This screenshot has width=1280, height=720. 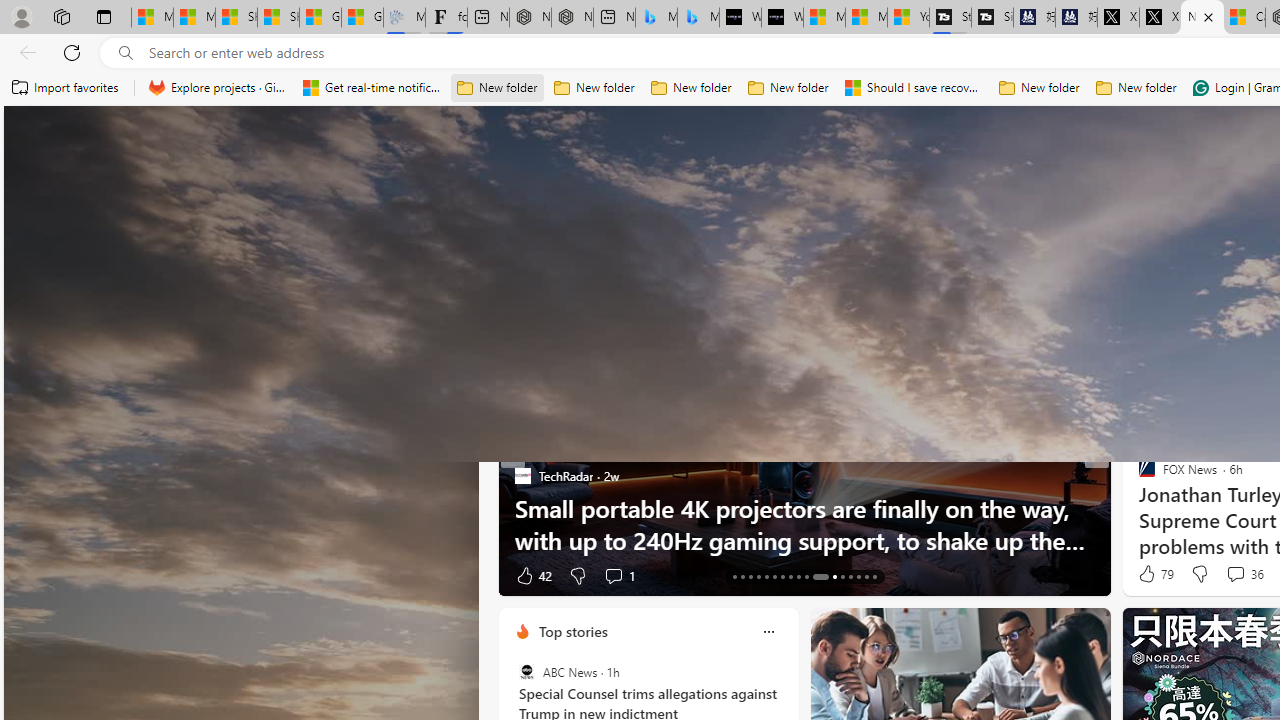 What do you see at coordinates (61, 16) in the screenshot?
I see `'Workspaces'` at bounding box center [61, 16].